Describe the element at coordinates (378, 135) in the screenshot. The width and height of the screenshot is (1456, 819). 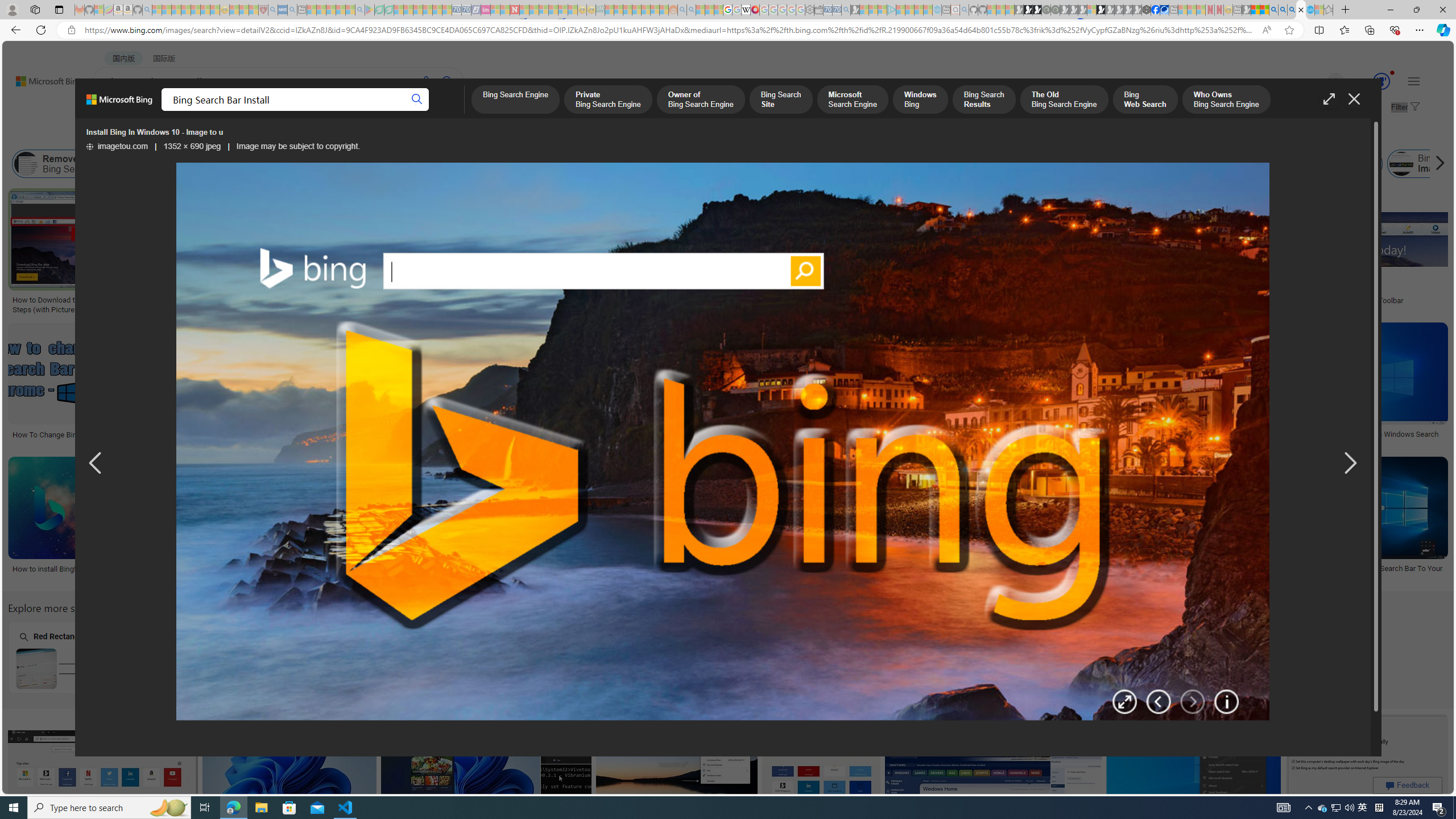
I see `'License'` at that location.